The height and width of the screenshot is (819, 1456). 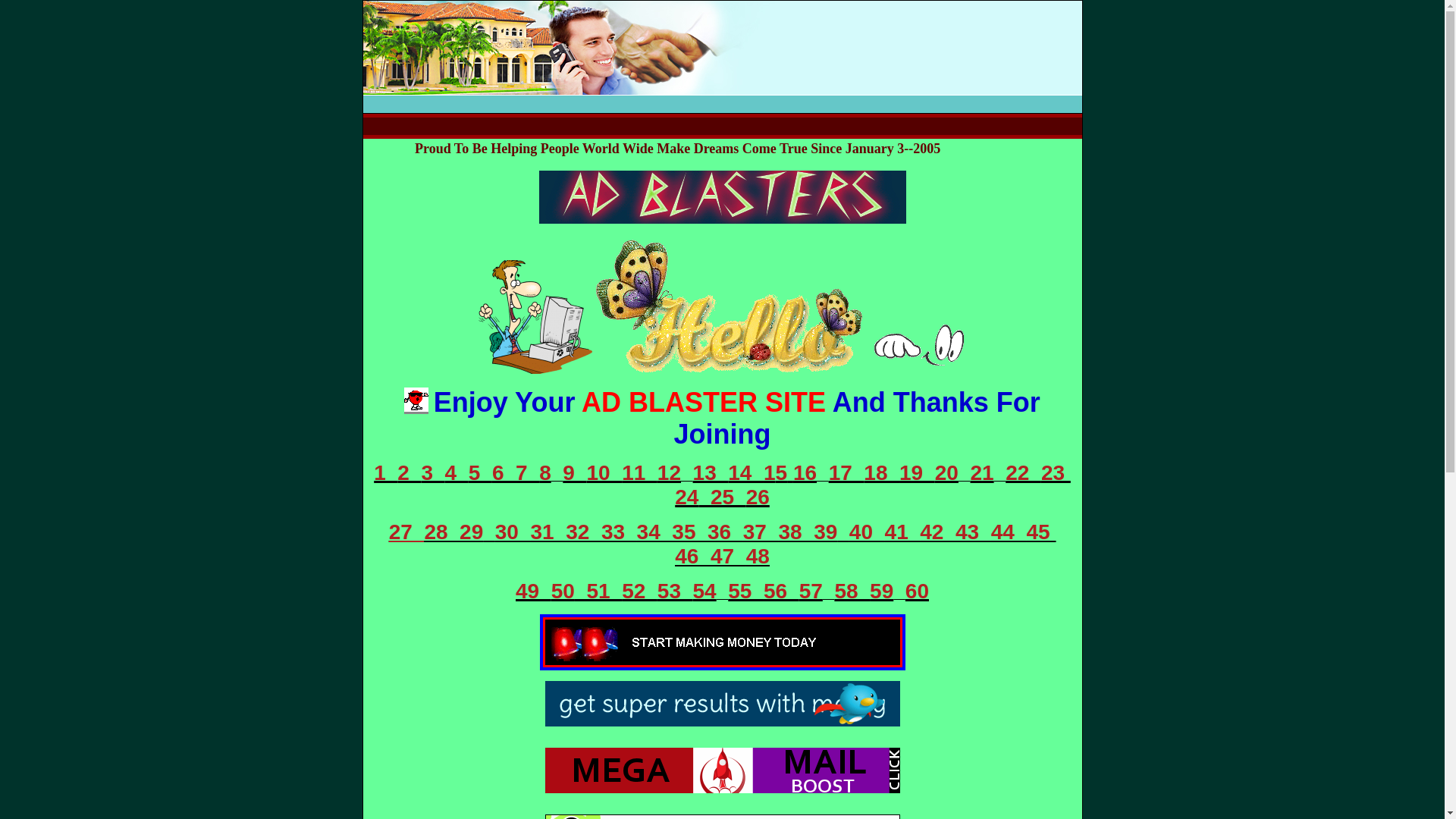 I want to click on '10 ', so click(x=585, y=472).